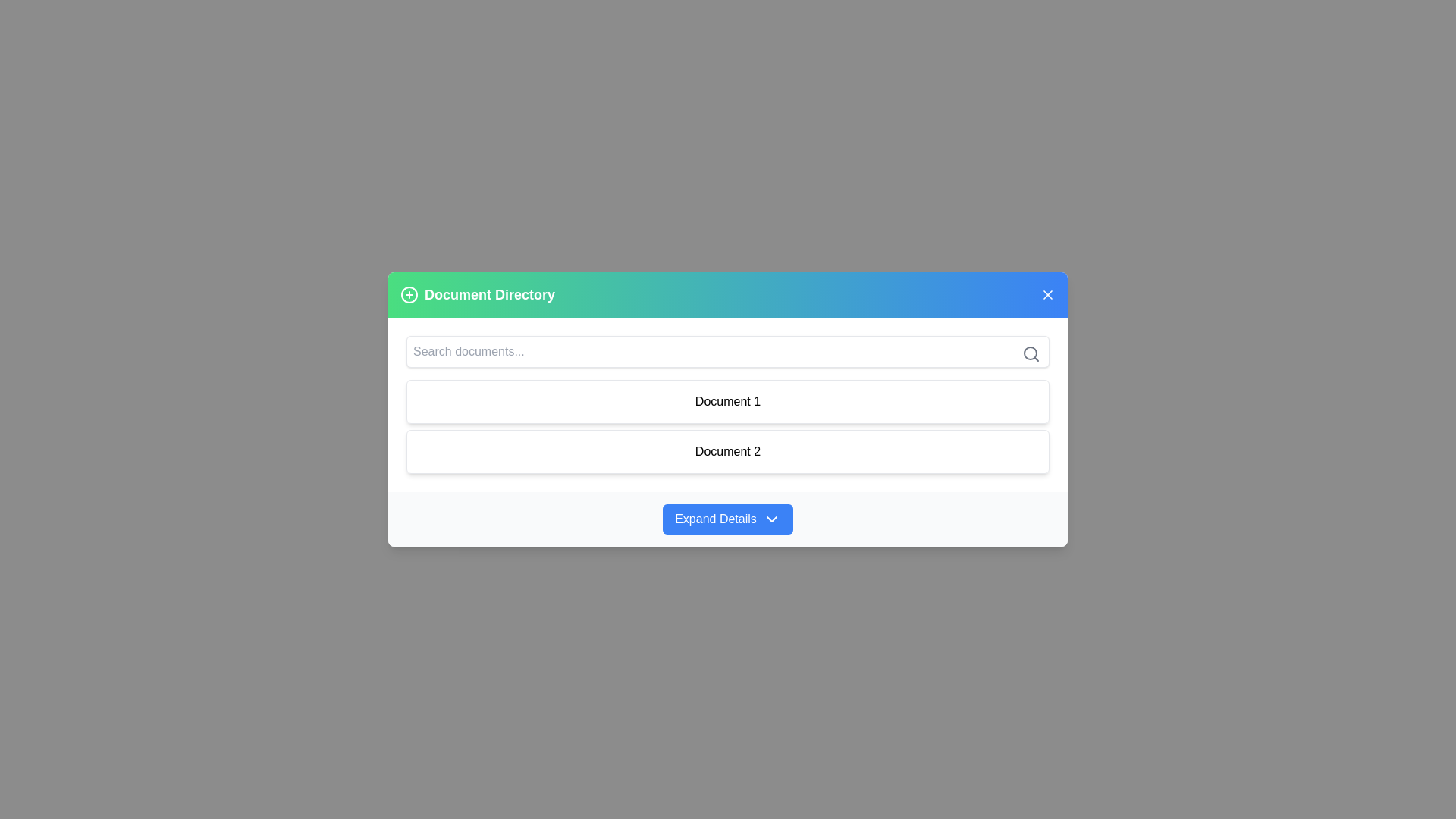 This screenshot has width=1456, height=819. Describe the element at coordinates (728, 517) in the screenshot. I see `the 'Expand Details' button to toggle the expansion of additional details` at that location.